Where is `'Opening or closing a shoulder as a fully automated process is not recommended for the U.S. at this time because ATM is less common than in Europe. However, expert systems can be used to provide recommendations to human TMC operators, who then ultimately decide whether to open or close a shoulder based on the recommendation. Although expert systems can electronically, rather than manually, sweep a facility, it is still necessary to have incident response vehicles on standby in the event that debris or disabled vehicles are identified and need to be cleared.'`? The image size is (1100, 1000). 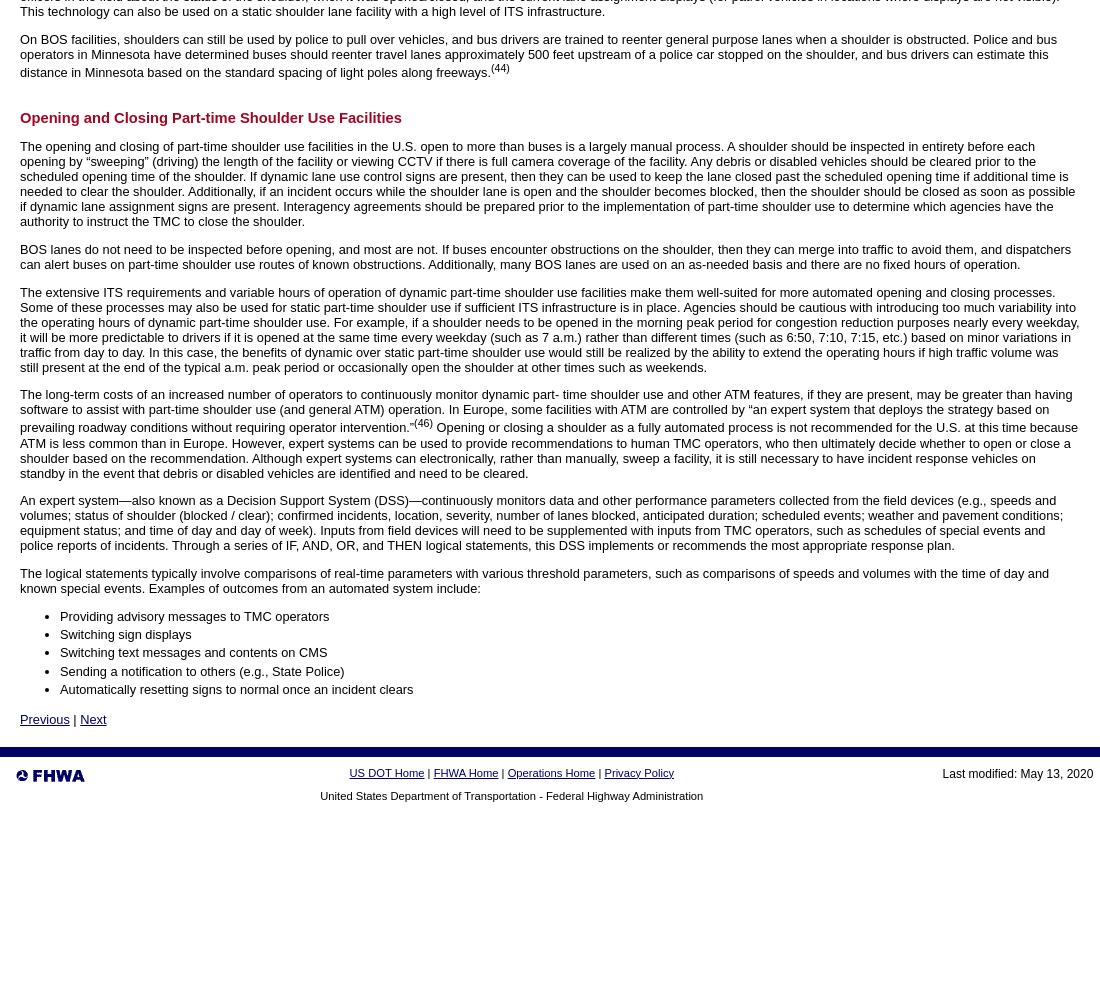
'Opening or closing a shoulder as a fully automated process is not recommended for the U.S. at this time because ATM is less common than in Europe. However, expert systems can be used to provide recommendations to human TMC operators, who then ultimately decide whether to open or close a shoulder based on the recommendation. Although expert systems can electronically, rather than manually, sweep a facility, it is still necessary to have incident response vehicles on standby in the event that debris or disabled vehicles are identified and need to be cleared.' is located at coordinates (549, 449).